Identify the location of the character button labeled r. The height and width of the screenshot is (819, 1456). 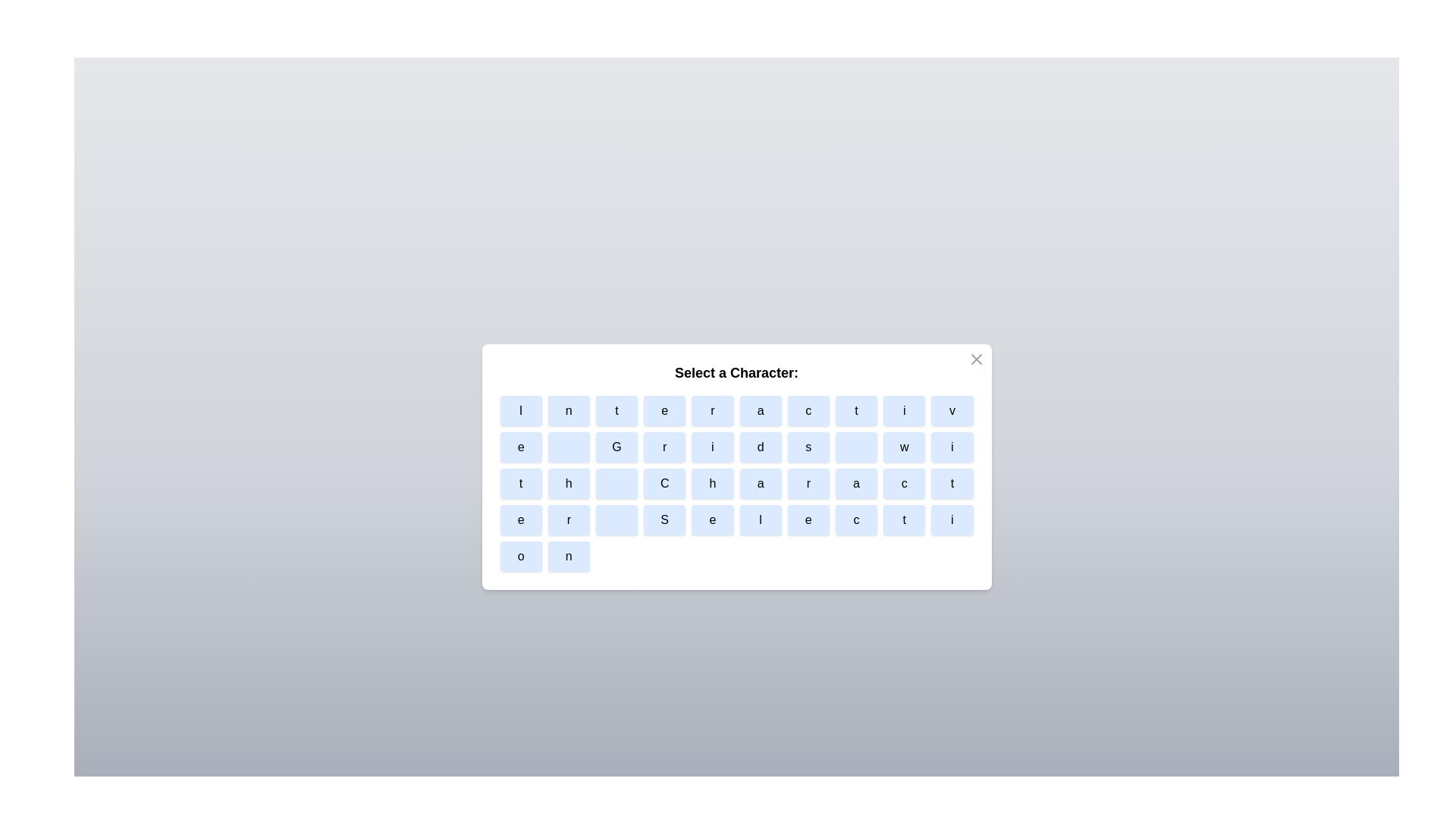
(711, 411).